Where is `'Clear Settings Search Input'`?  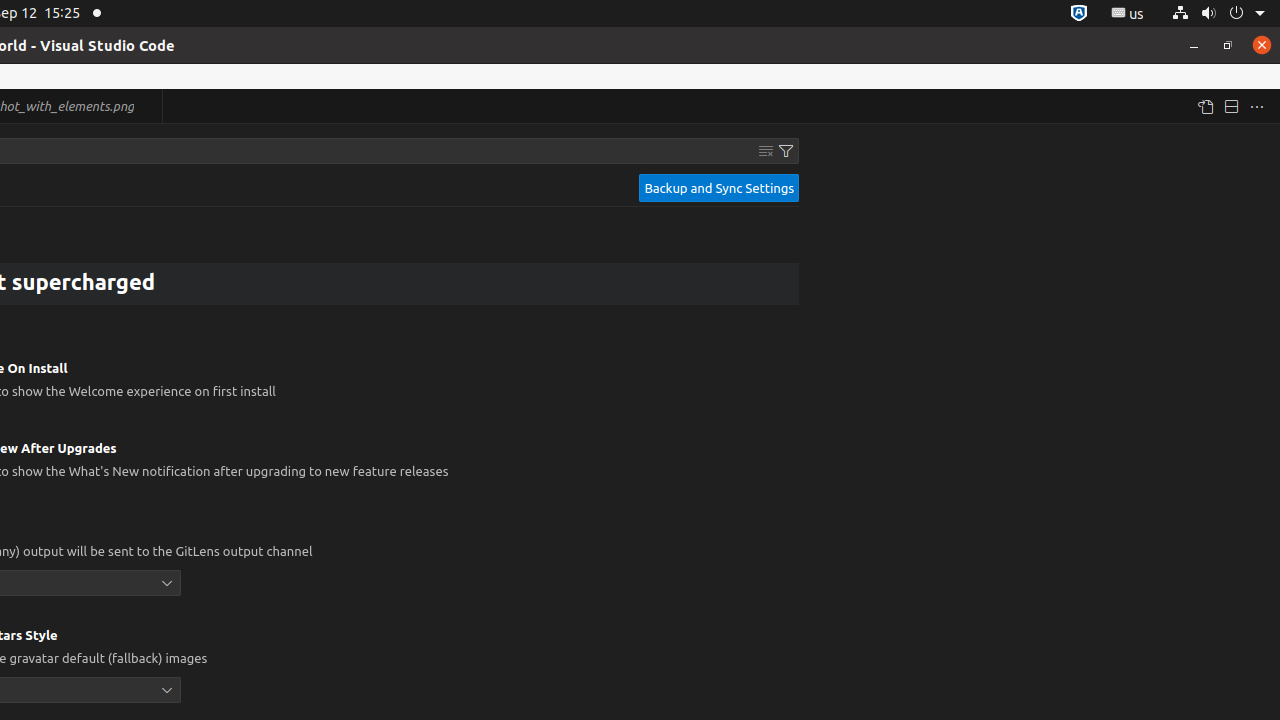 'Clear Settings Search Input' is located at coordinates (764, 149).